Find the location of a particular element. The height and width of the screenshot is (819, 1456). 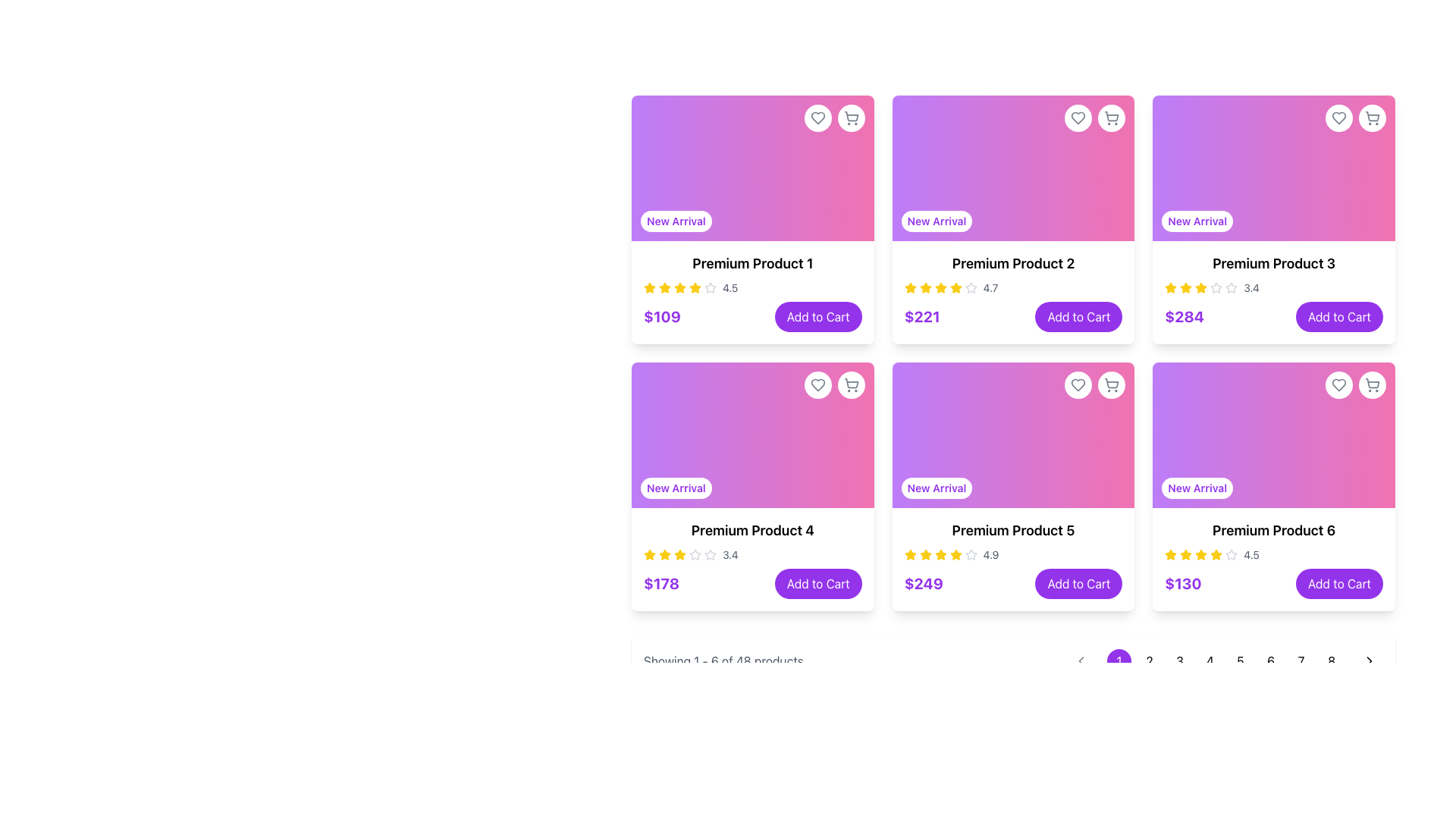

the first yellow filled star icon representing a rating of '4.5' in the product card for 'Premium Product 6' located at the bottom-right corner is located at coordinates (1170, 555).